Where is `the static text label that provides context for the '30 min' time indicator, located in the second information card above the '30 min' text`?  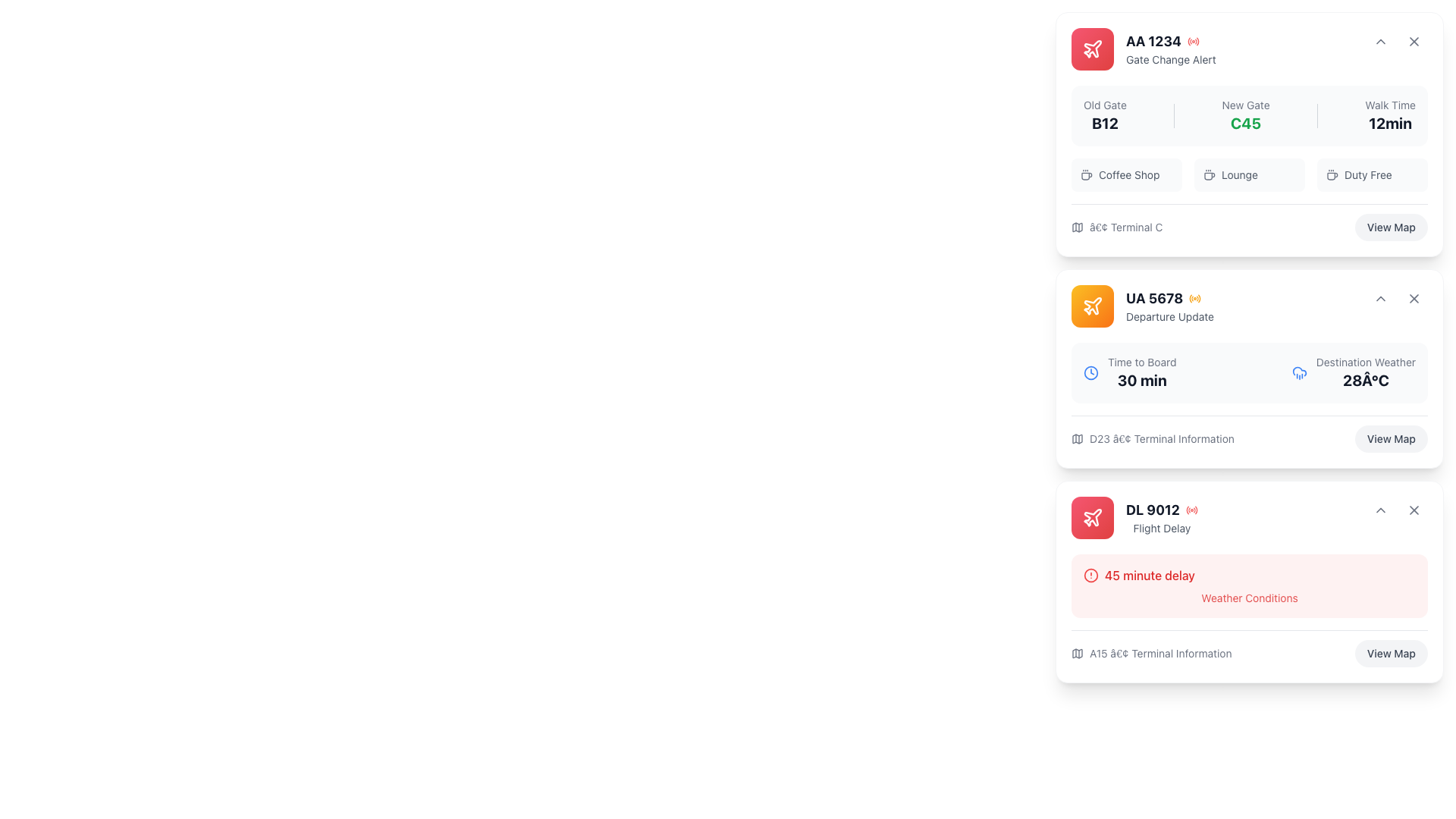
the static text label that provides context for the '30 min' time indicator, located in the second information card above the '30 min' text is located at coordinates (1142, 362).